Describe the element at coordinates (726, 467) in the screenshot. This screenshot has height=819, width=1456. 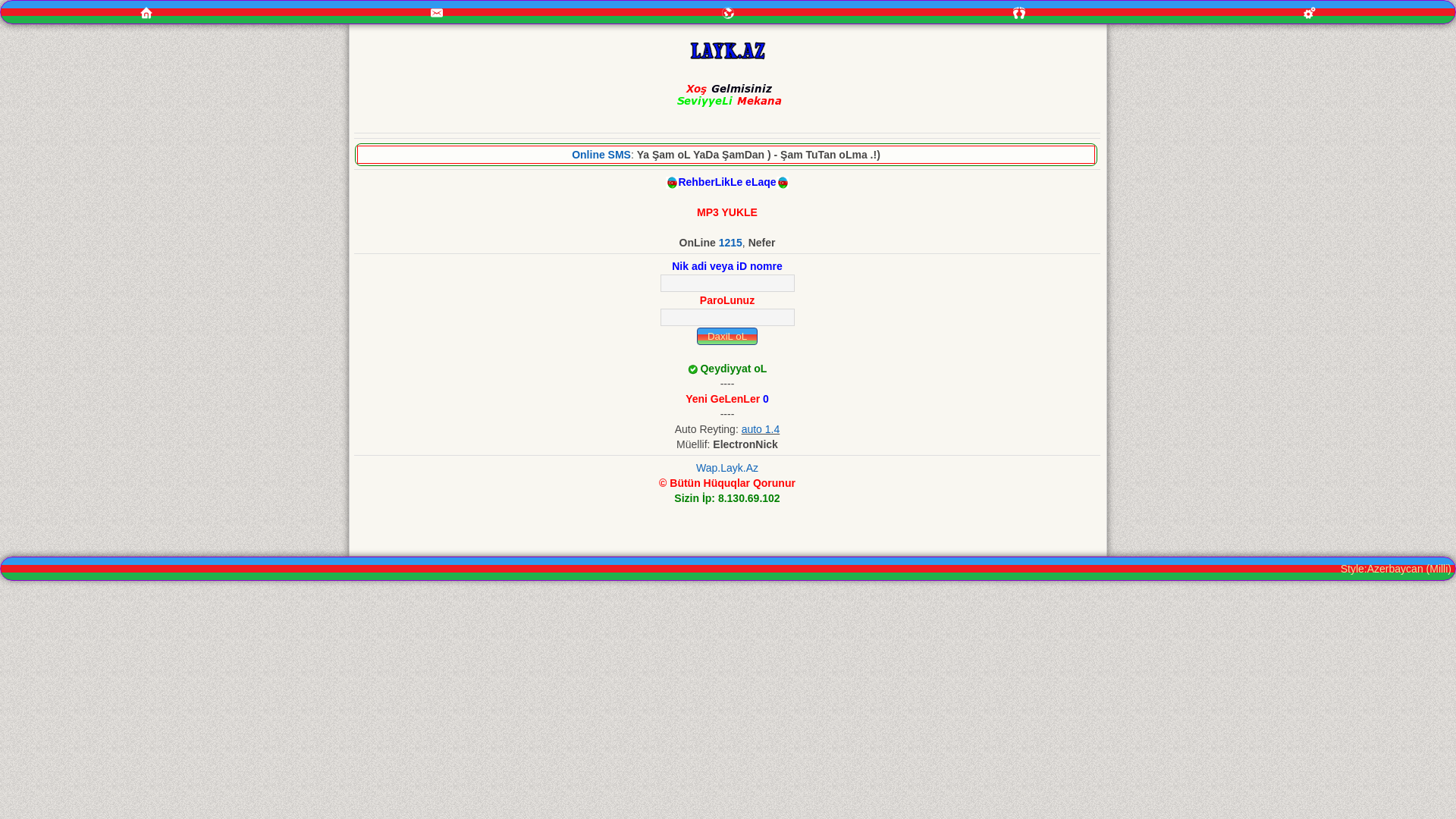
I see `'Wap.Layk.Az'` at that location.